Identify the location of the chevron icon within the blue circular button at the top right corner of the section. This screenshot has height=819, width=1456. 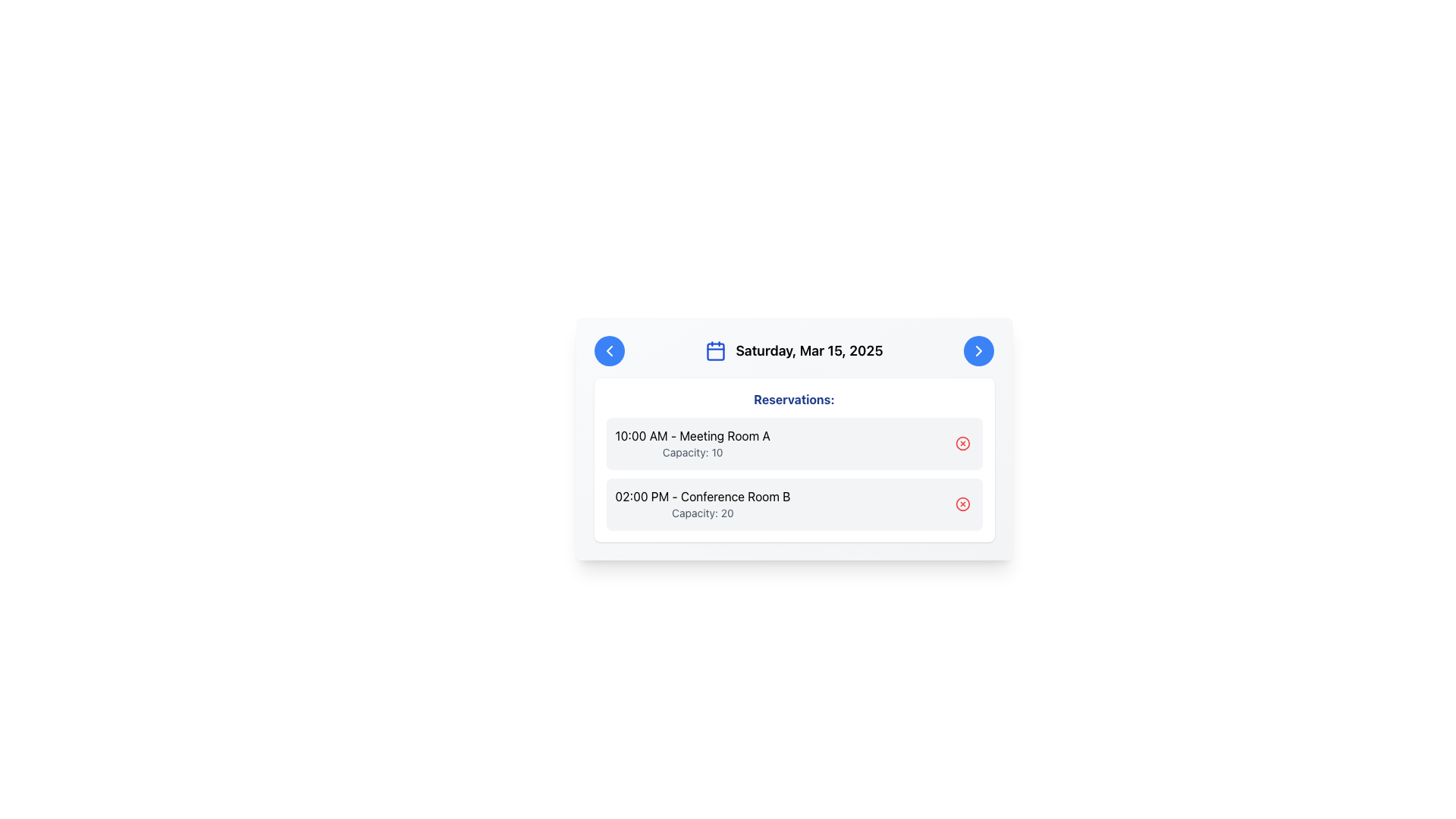
(979, 350).